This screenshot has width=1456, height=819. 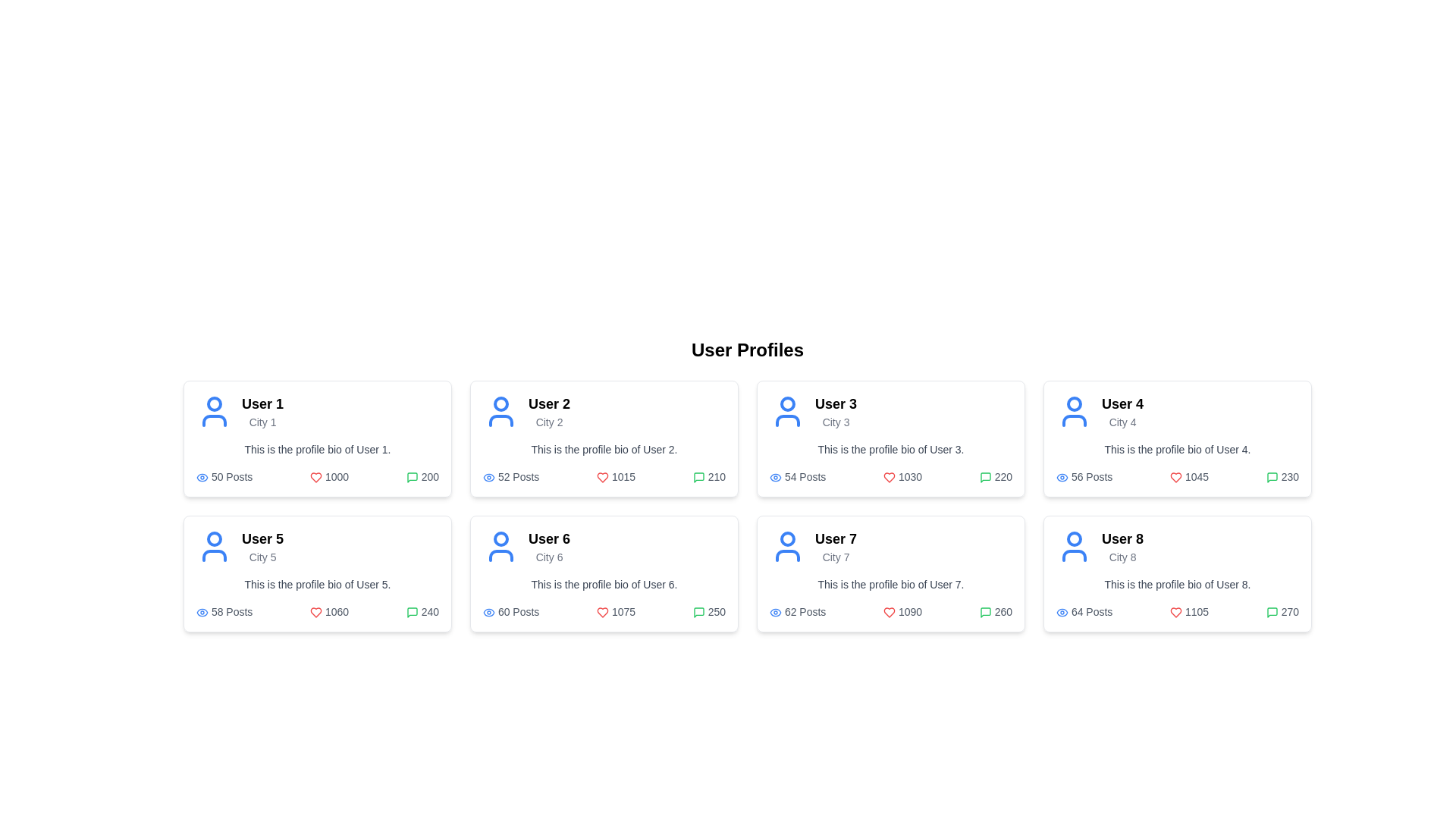 I want to click on the green-colored speech bubble icon located at the bottom right of User 8's card, beside the comment count '270', so click(x=1272, y=612).